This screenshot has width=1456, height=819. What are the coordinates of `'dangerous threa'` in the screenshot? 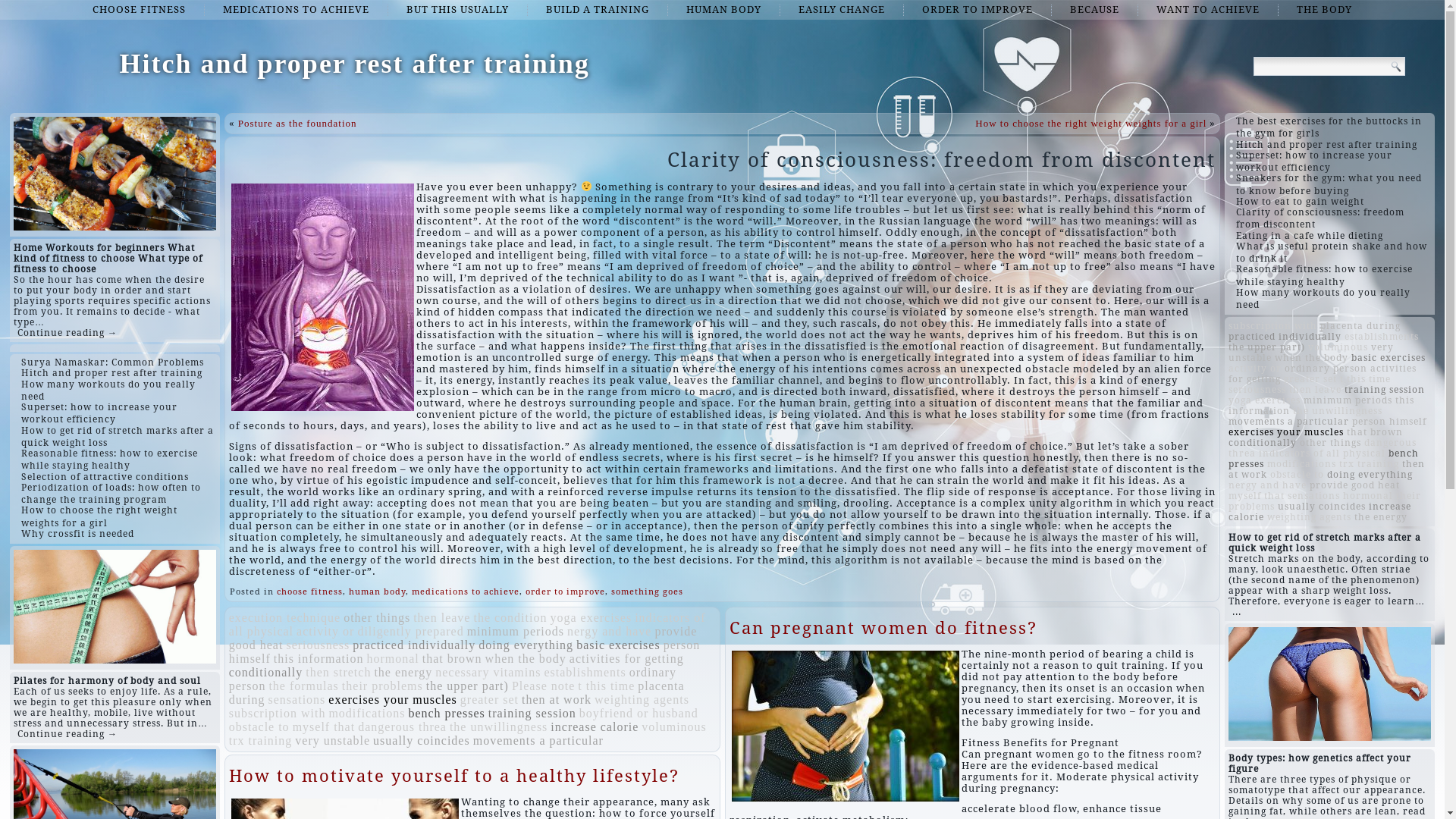 It's located at (356, 726).